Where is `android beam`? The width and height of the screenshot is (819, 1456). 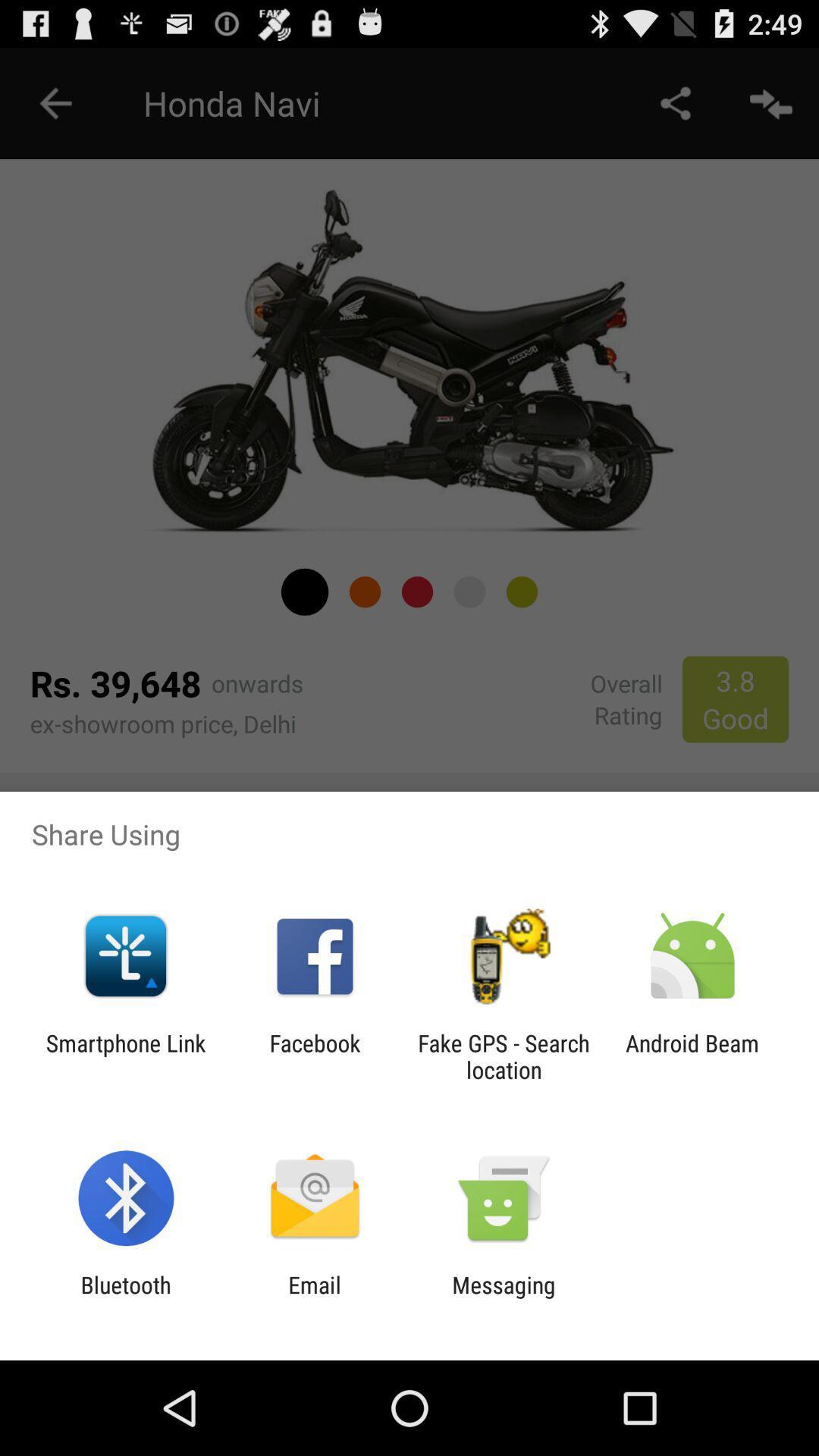 android beam is located at coordinates (692, 1056).